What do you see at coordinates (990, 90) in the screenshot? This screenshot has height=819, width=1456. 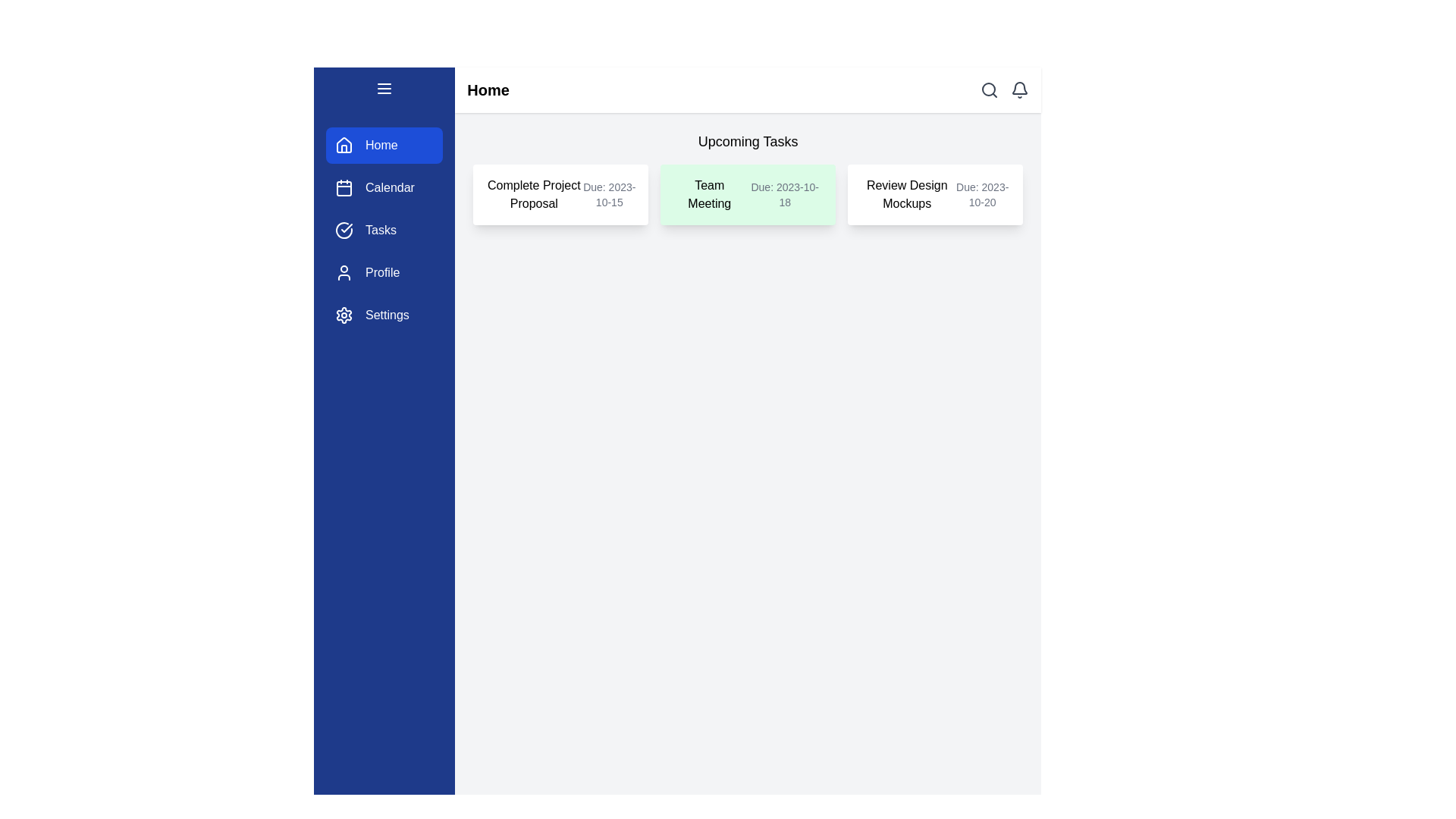 I see `the search button represented by a gray magnifying glass icon located` at bounding box center [990, 90].